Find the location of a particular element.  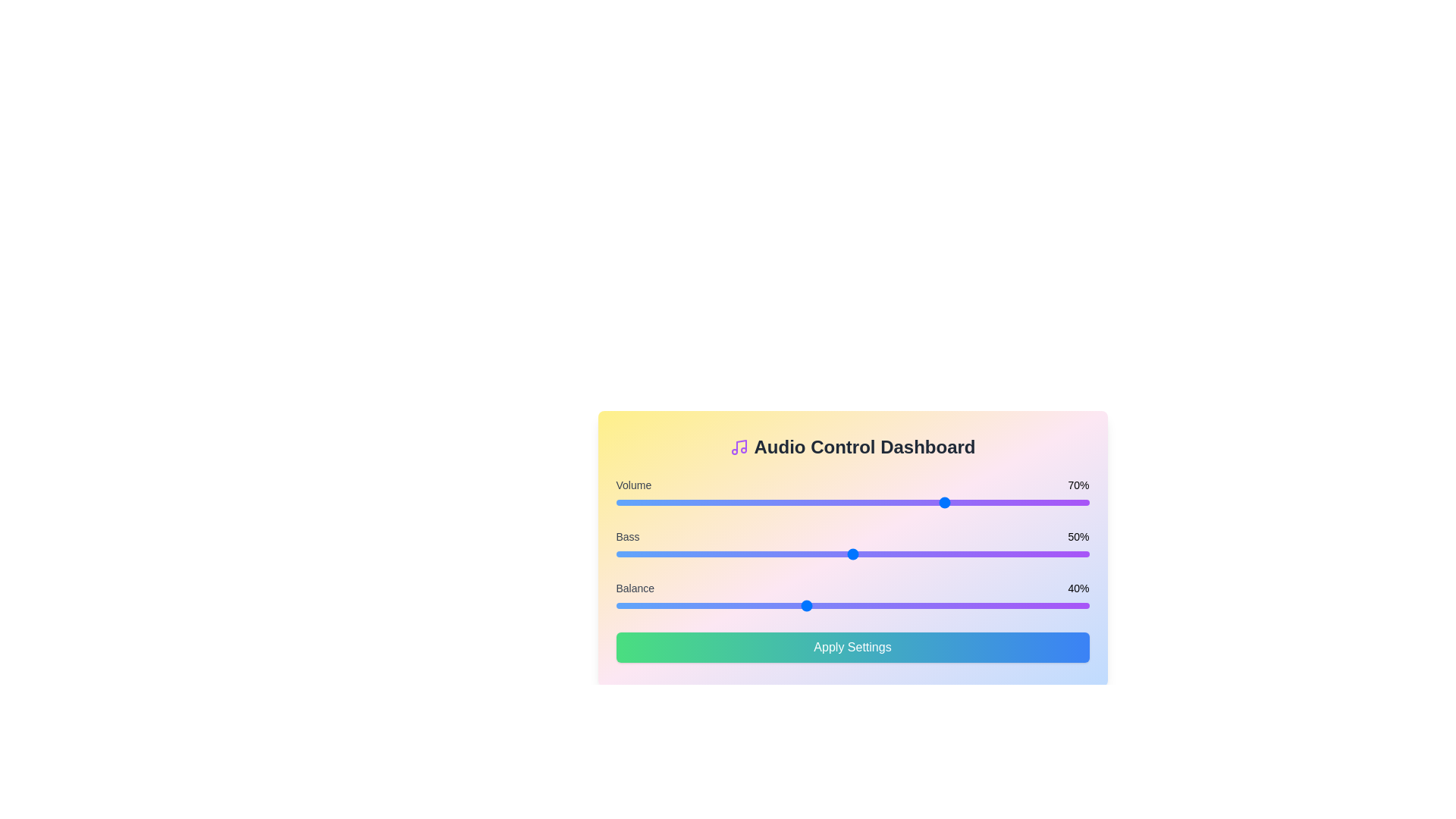

balance is located at coordinates (1023, 604).